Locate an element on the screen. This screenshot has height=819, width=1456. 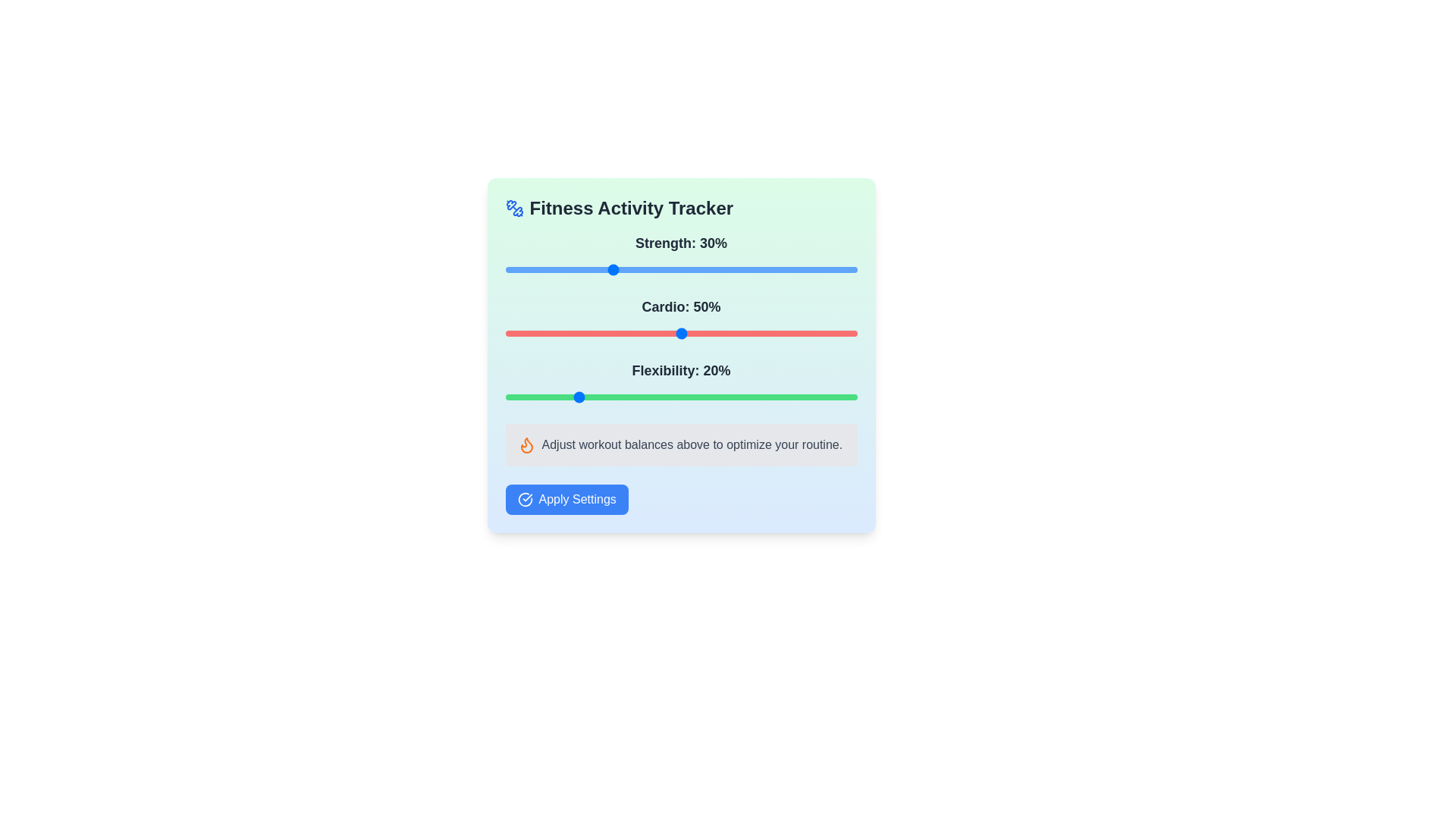
the strength value is located at coordinates (789, 268).